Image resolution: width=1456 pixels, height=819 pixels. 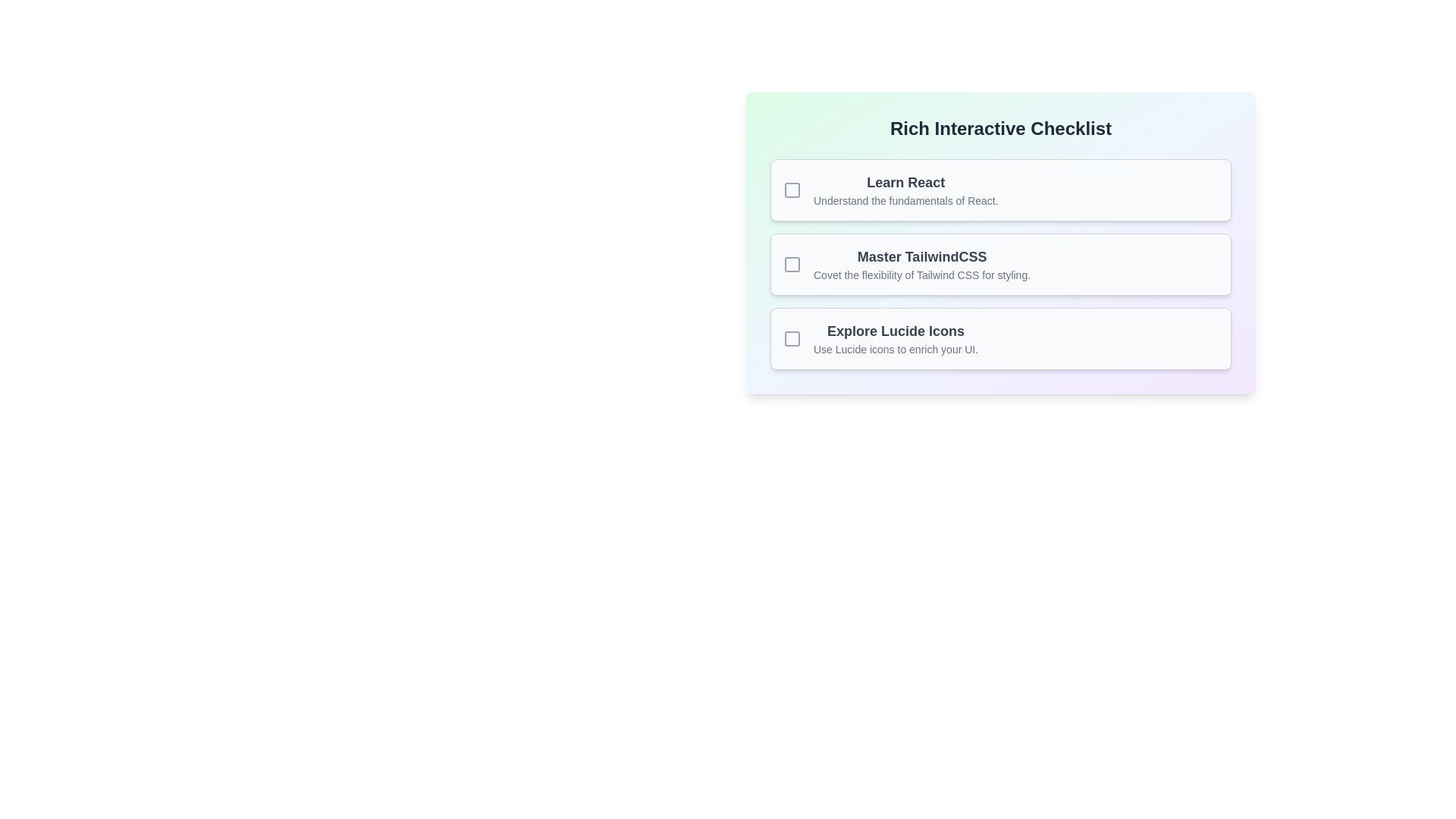 What do you see at coordinates (896, 330) in the screenshot?
I see `the text label that serves as the title for the checklist item, located directly above the description text 'Use Lucide icons to enrich your UI.' in the third item of the checklist` at bounding box center [896, 330].